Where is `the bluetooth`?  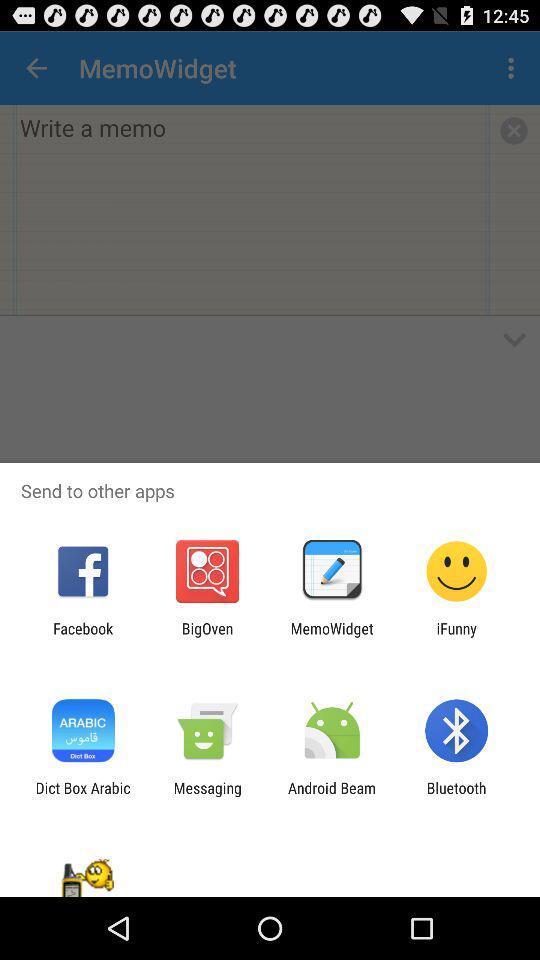 the bluetooth is located at coordinates (456, 796).